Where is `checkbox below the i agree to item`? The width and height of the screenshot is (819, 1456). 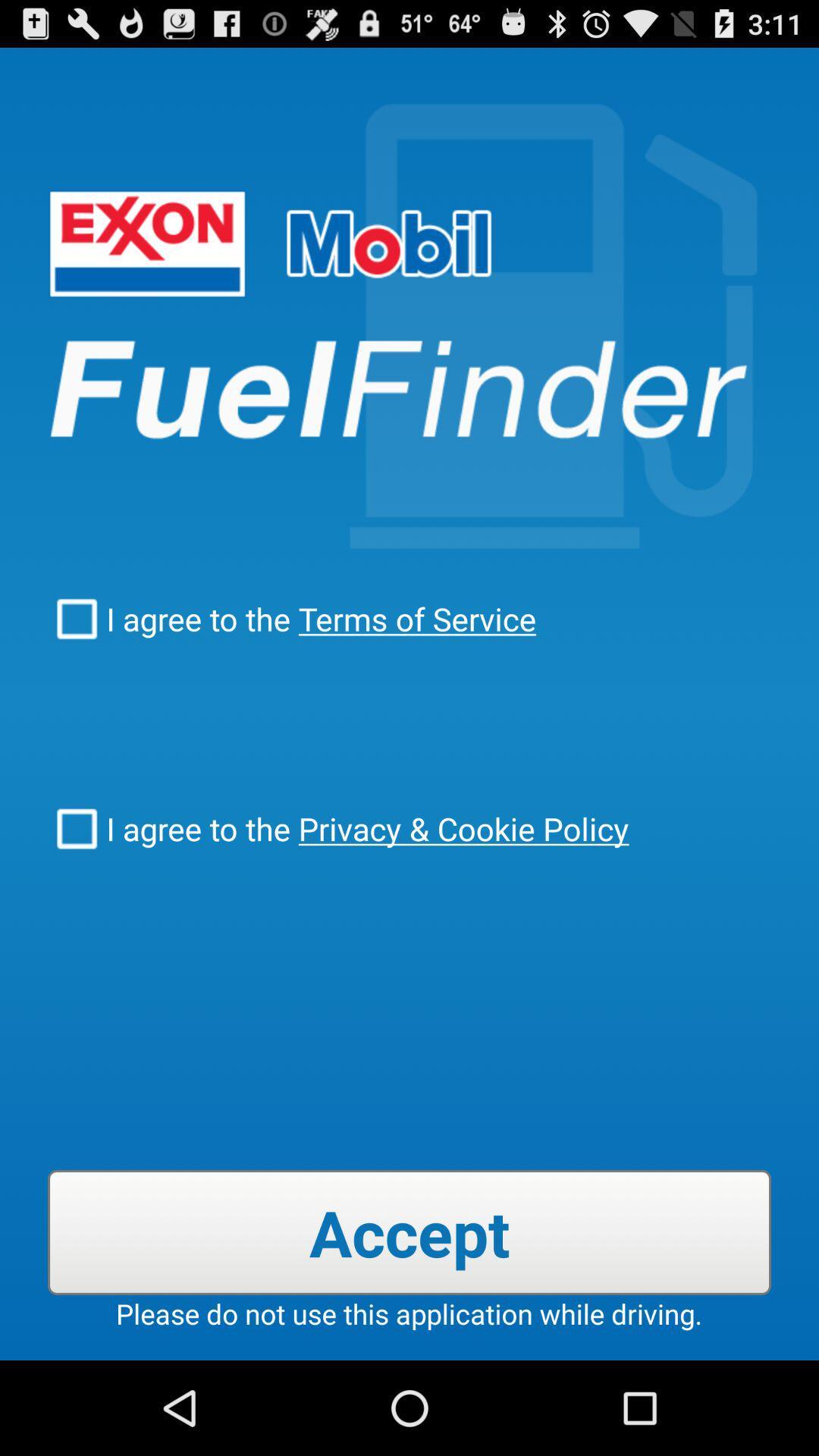
checkbox below the i agree to item is located at coordinates (459, 827).